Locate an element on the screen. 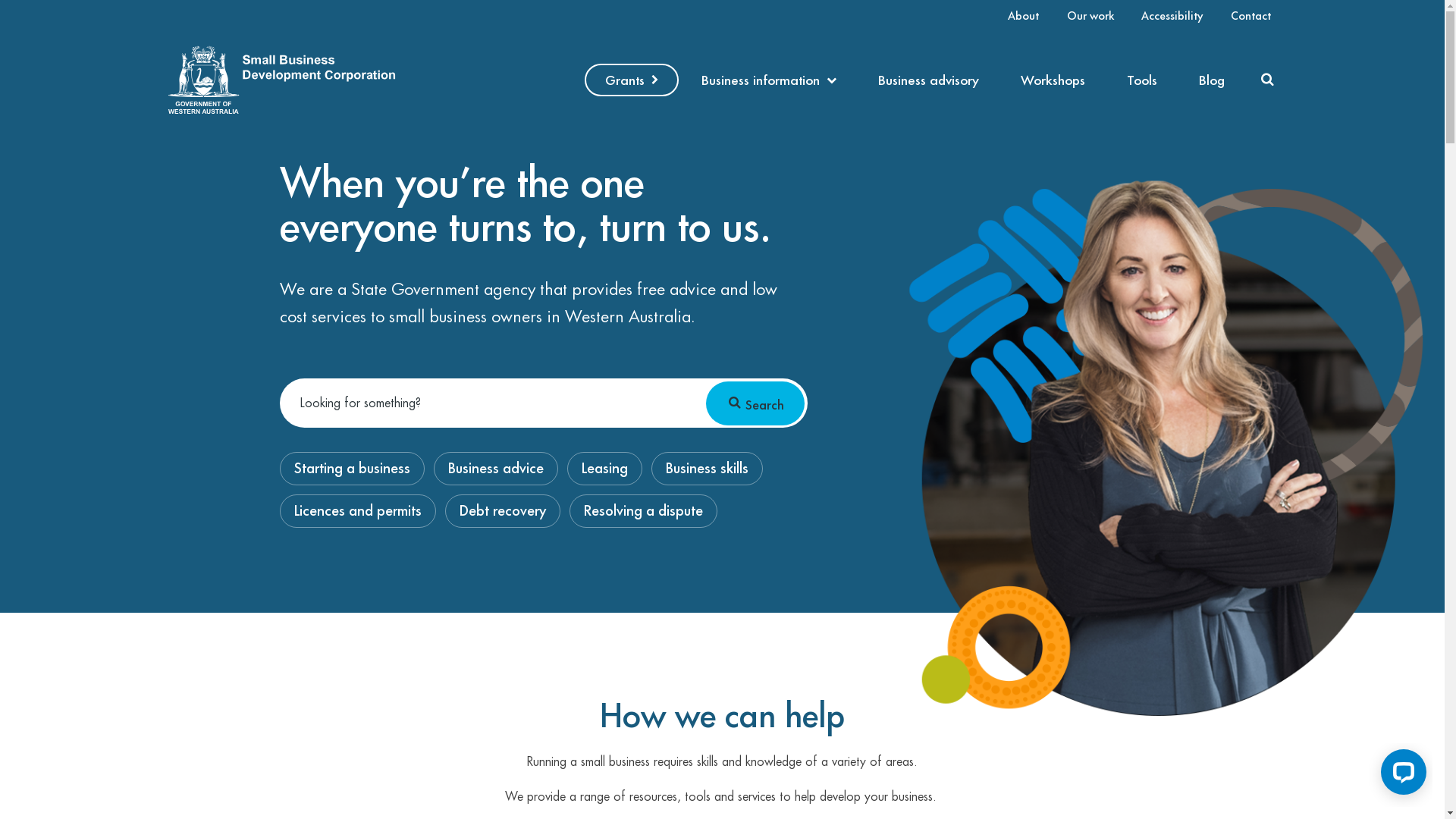 This screenshot has width=1456, height=819. 'Business advice' is located at coordinates (495, 467).